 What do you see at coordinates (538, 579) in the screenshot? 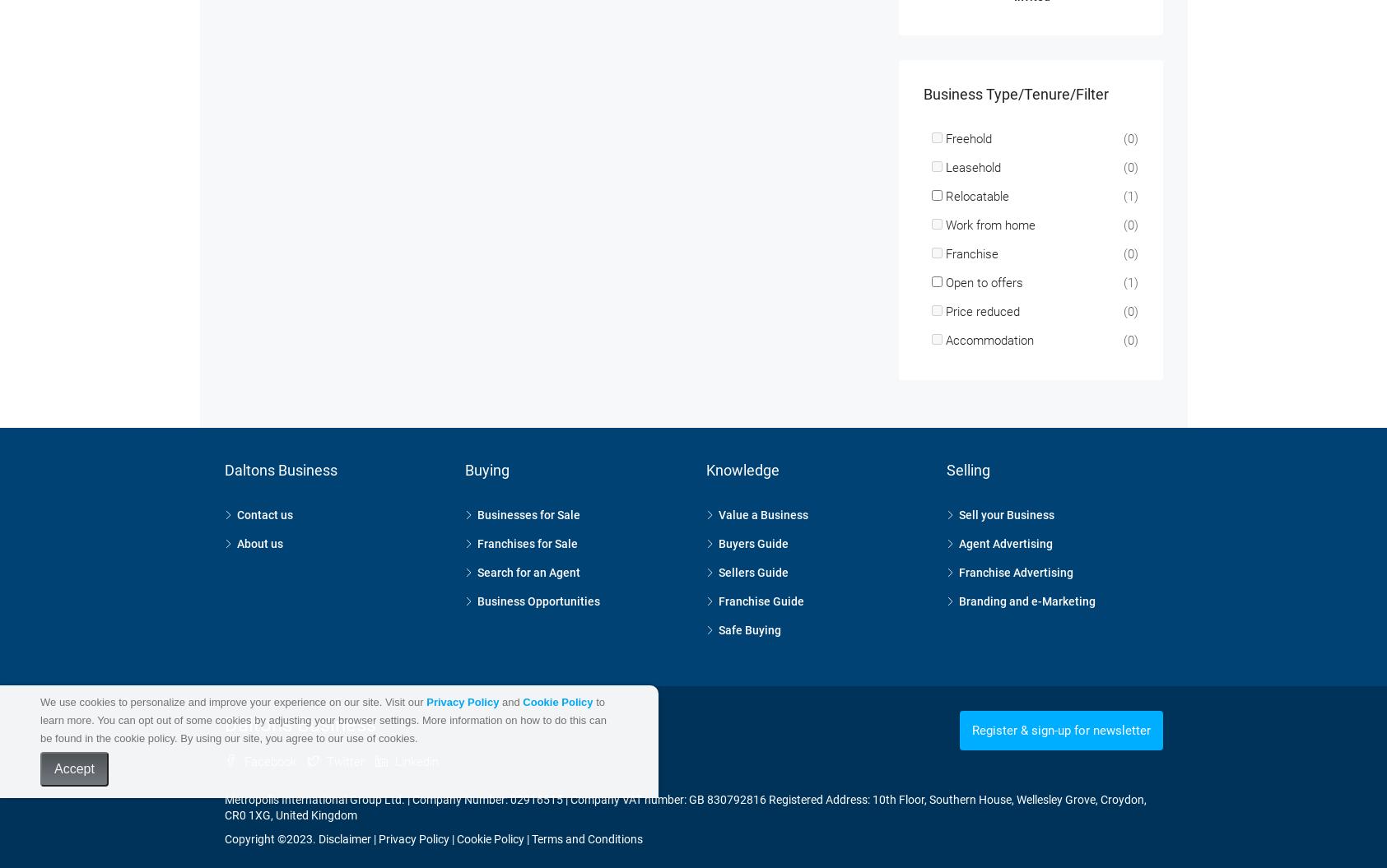
I see `'Business Opportunities'` at bounding box center [538, 579].